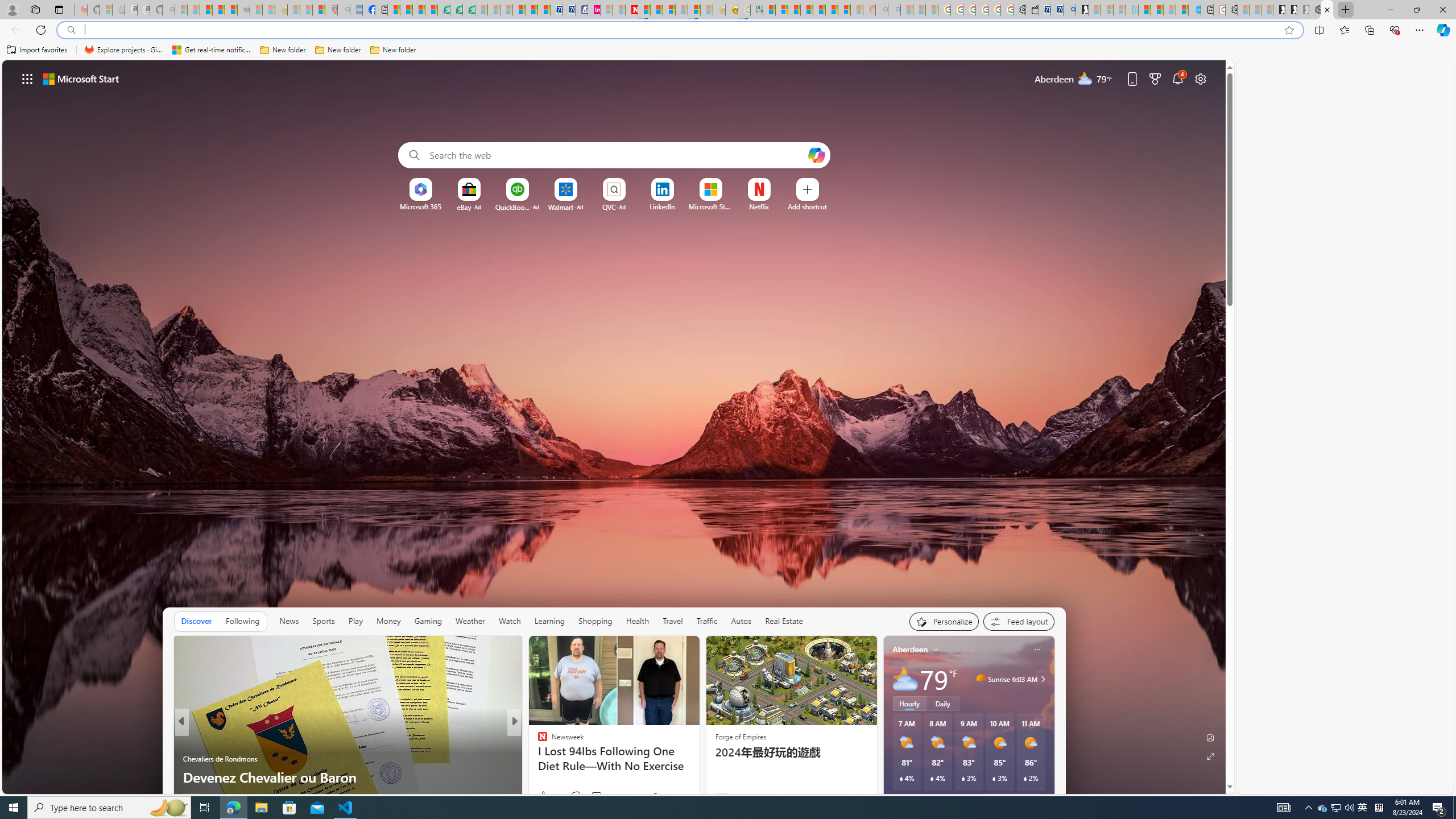  I want to click on 'Class: weather-arrow-glyph', so click(1043, 678).